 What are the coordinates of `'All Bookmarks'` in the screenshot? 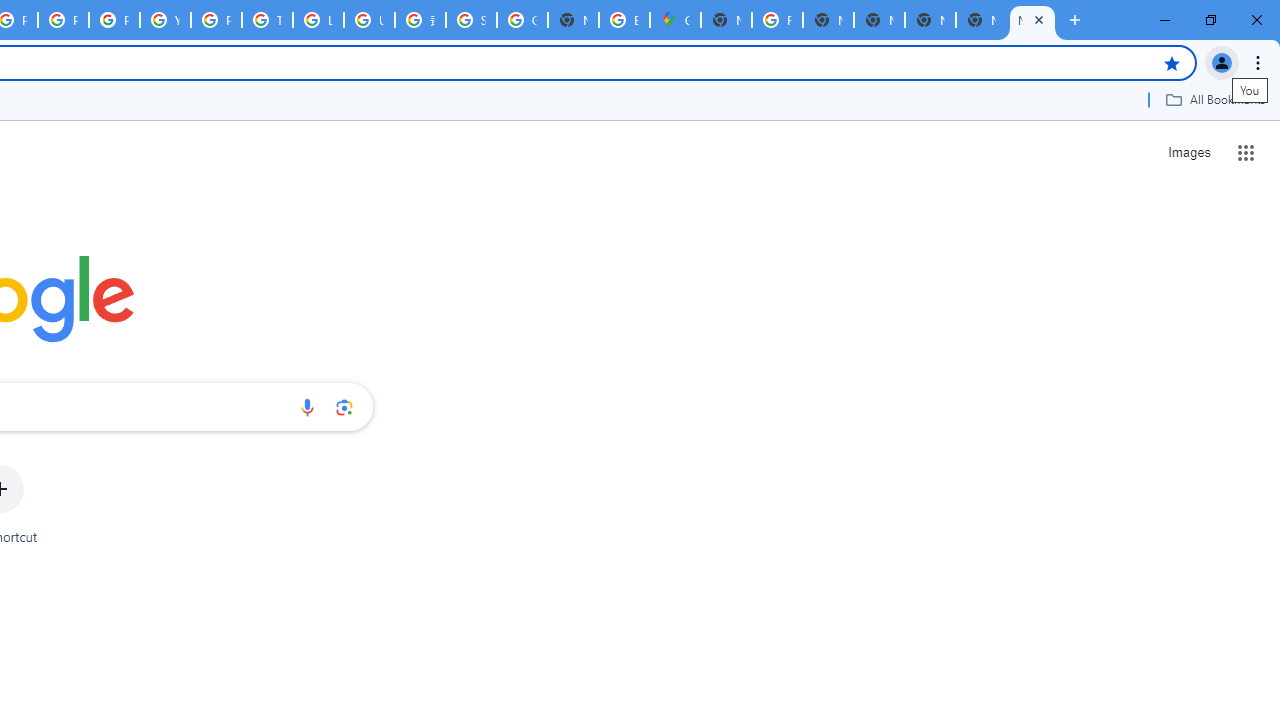 It's located at (1214, 99).